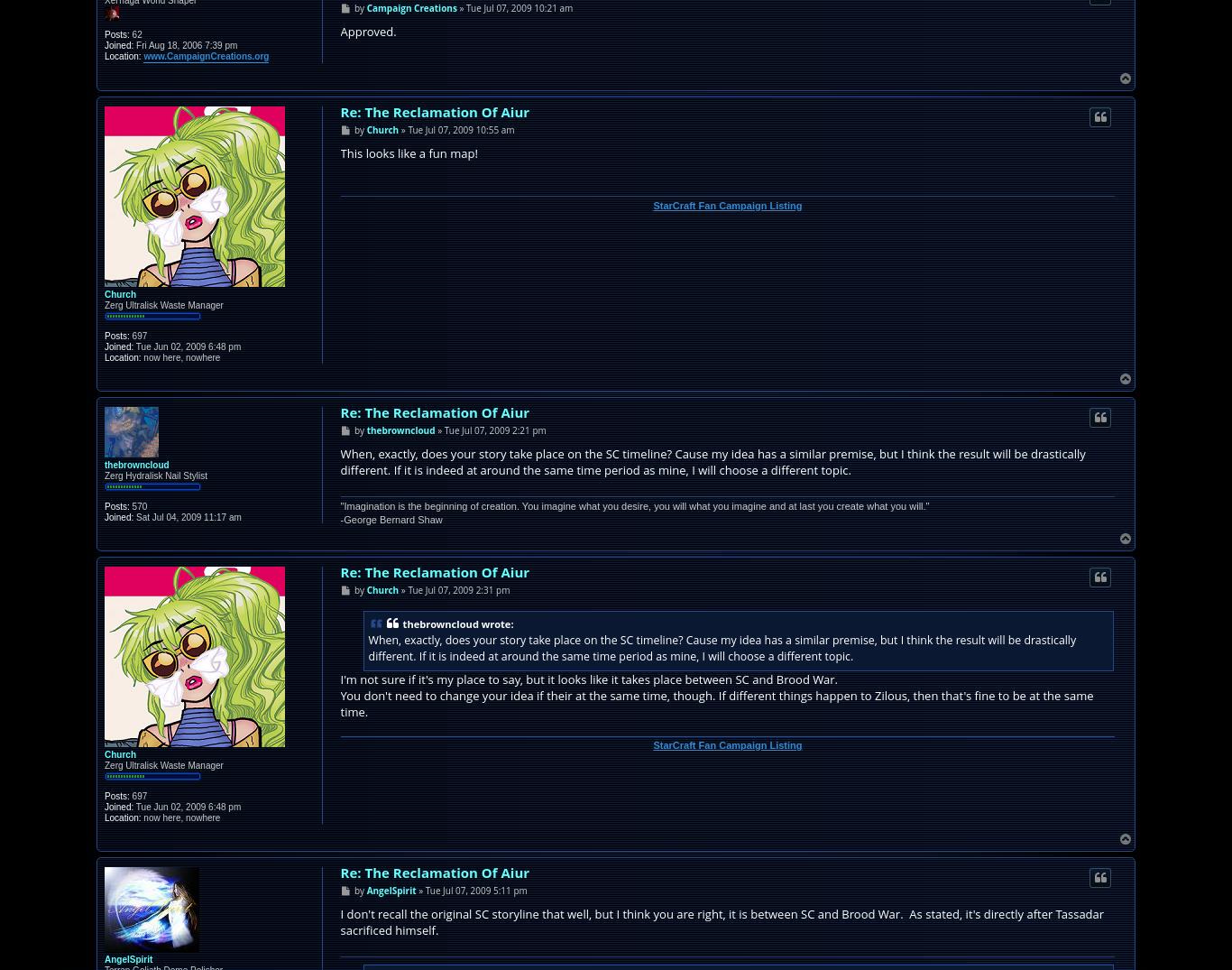 Image resolution: width=1232 pixels, height=970 pixels. What do you see at coordinates (133, 32) in the screenshot?
I see `'62'` at bounding box center [133, 32].